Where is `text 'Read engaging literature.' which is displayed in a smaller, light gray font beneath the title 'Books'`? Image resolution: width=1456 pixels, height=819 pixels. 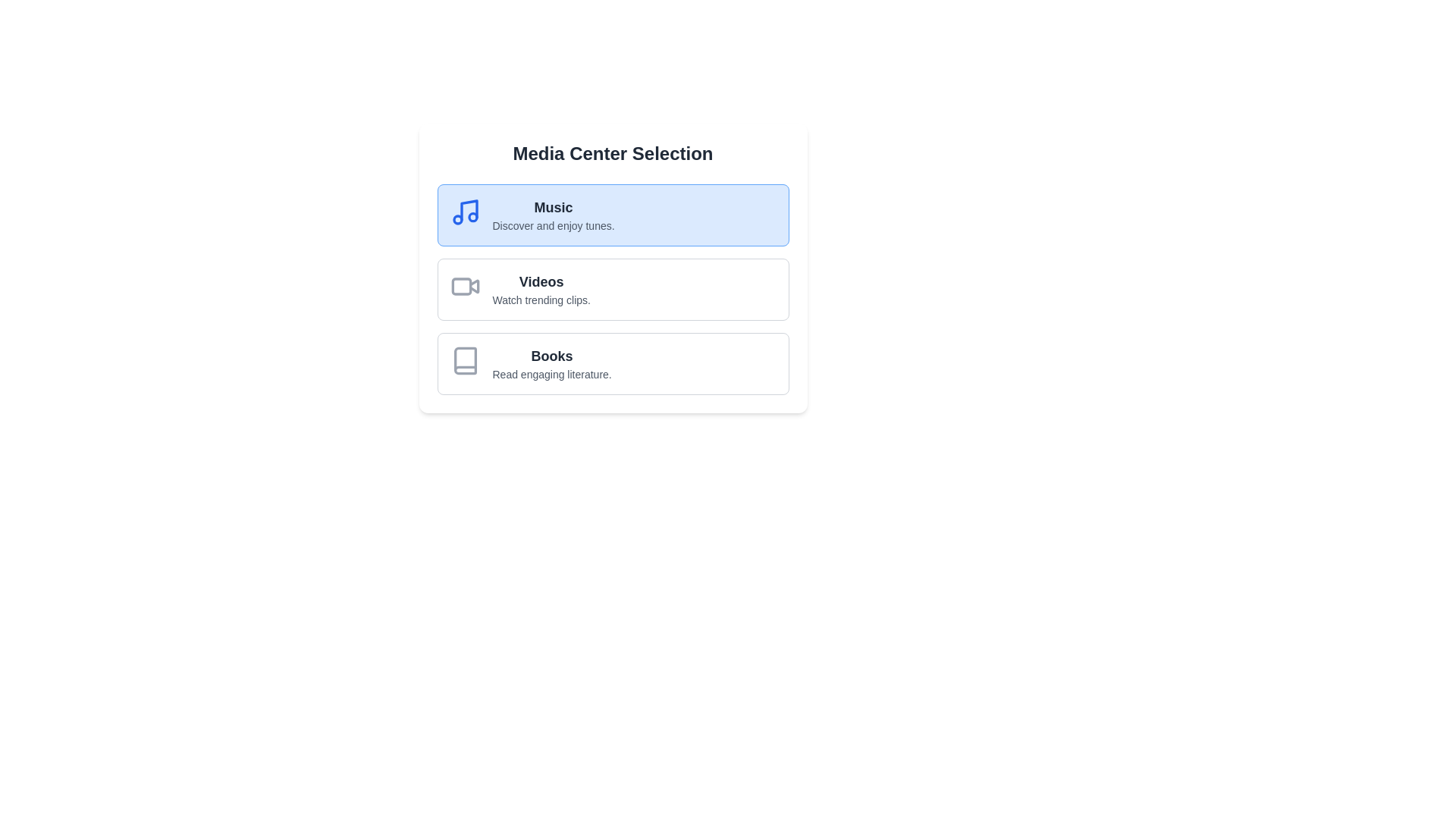 text 'Read engaging literature.' which is displayed in a smaller, light gray font beneath the title 'Books' is located at coordinates (551, 374).